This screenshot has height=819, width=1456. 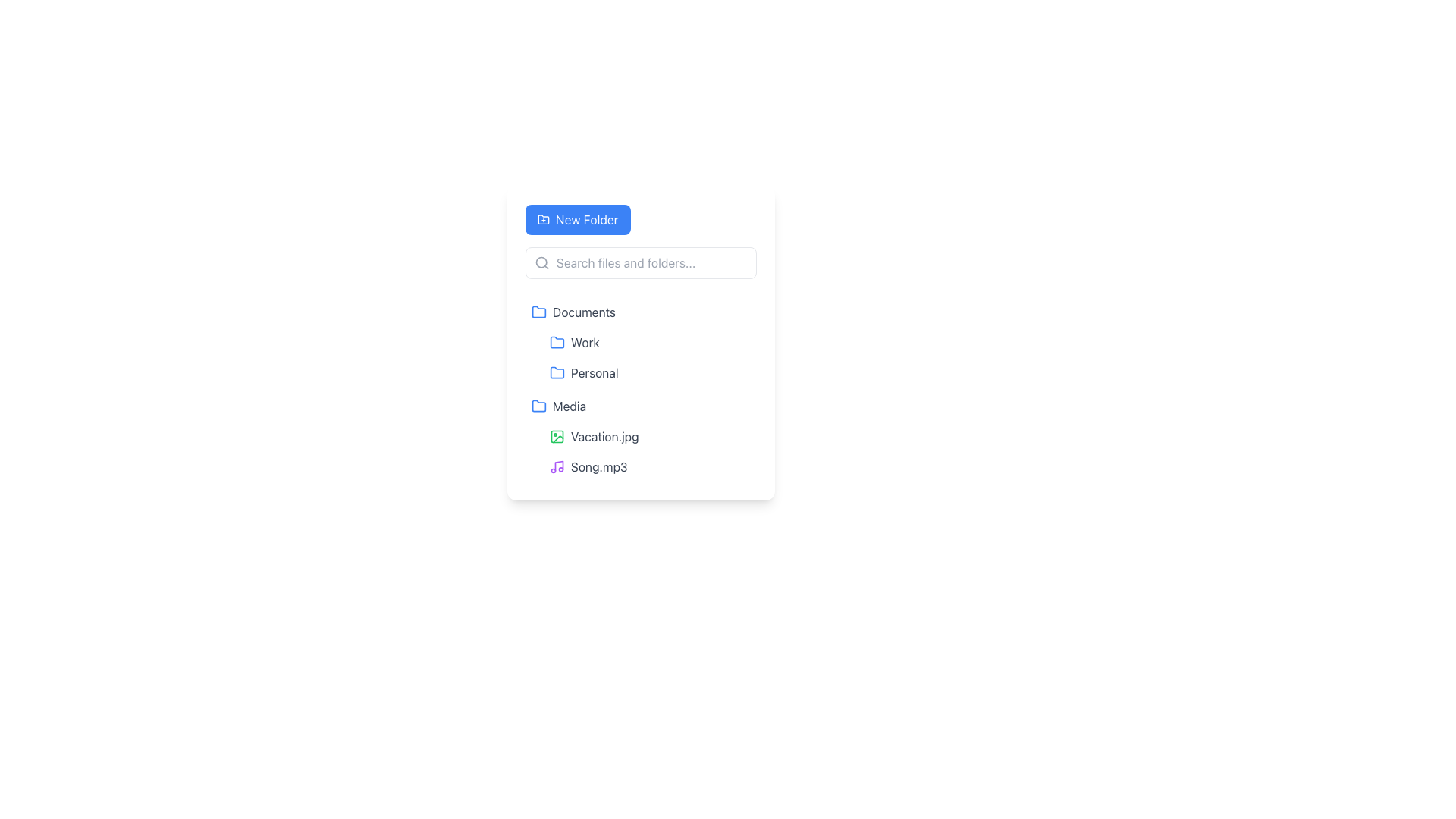 What do you see at coordinates (556, 373) in the screenshot?
I see `the Folder Icon that represents the 'Personal' category, located in the vertical list below the 'Work' entry and to the right of the 'Document' section` at bounding box center [556, 373].